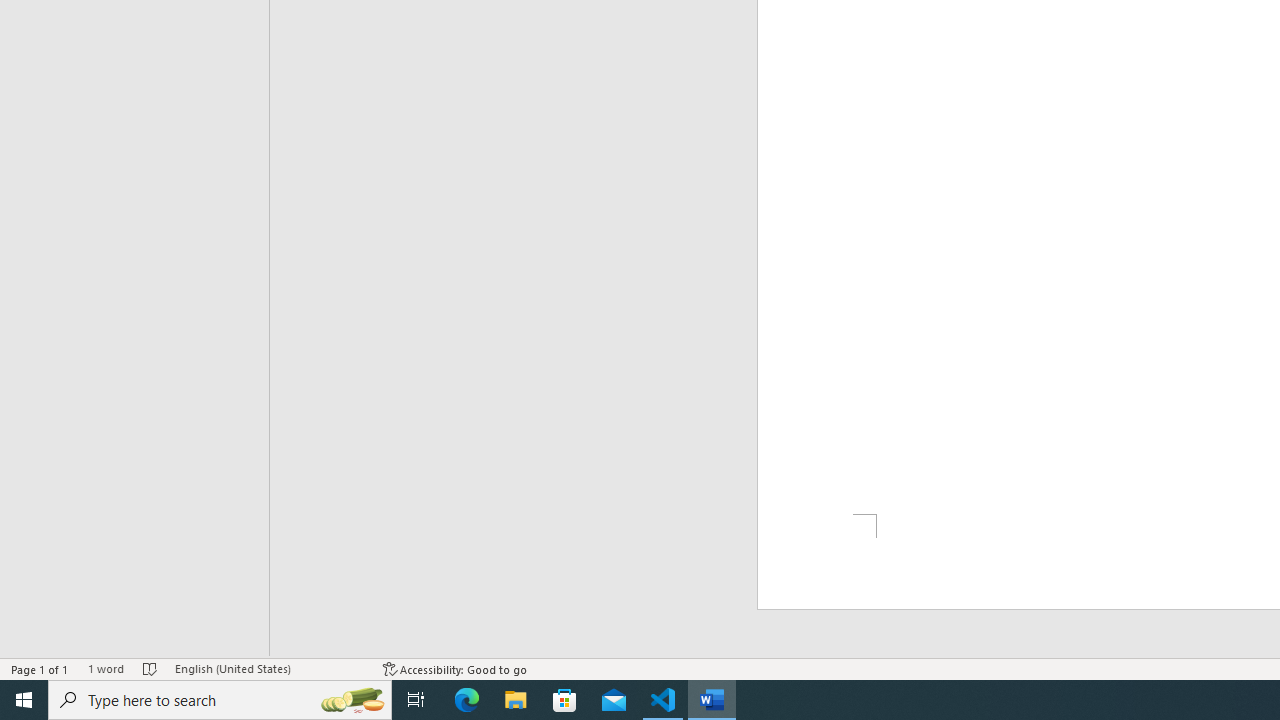  Describe the element at coordinates (268, 669) in the screenshot. I see `'Language English (United States)'` at that location.